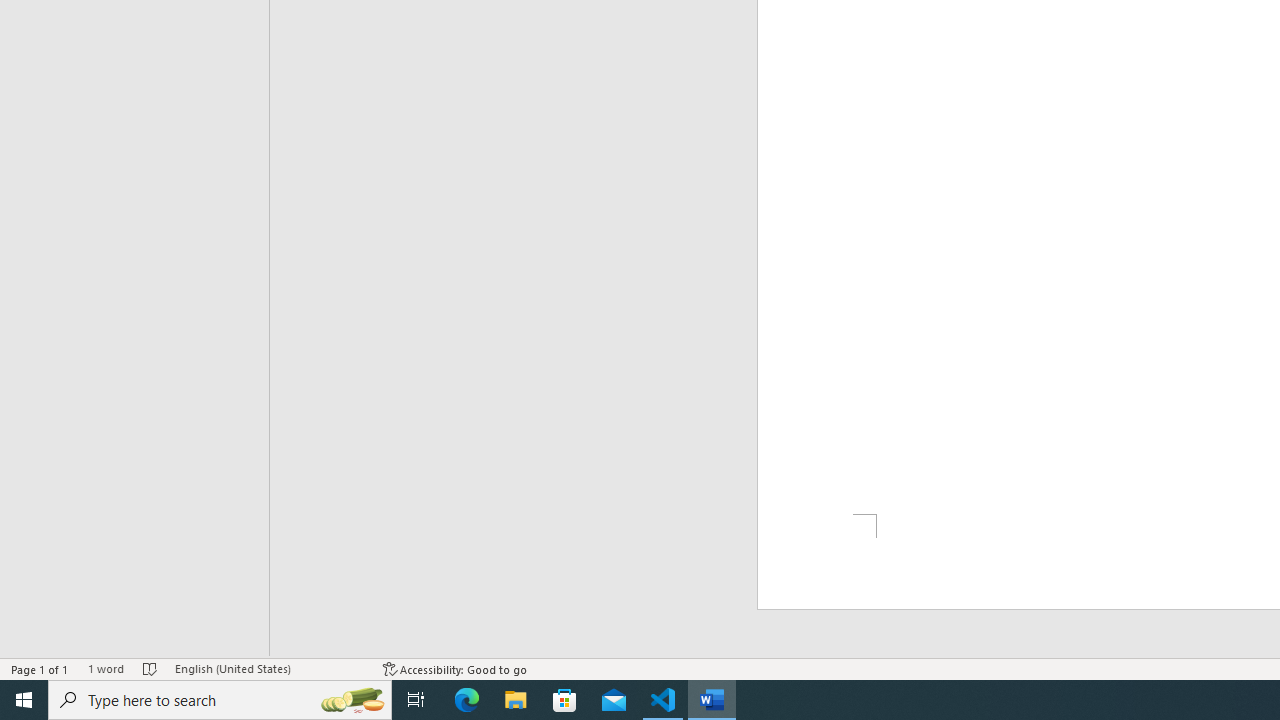  Describe the element at coordinates (268, 669) in the screenshot. I see `'Language English (United States)'` at that location.